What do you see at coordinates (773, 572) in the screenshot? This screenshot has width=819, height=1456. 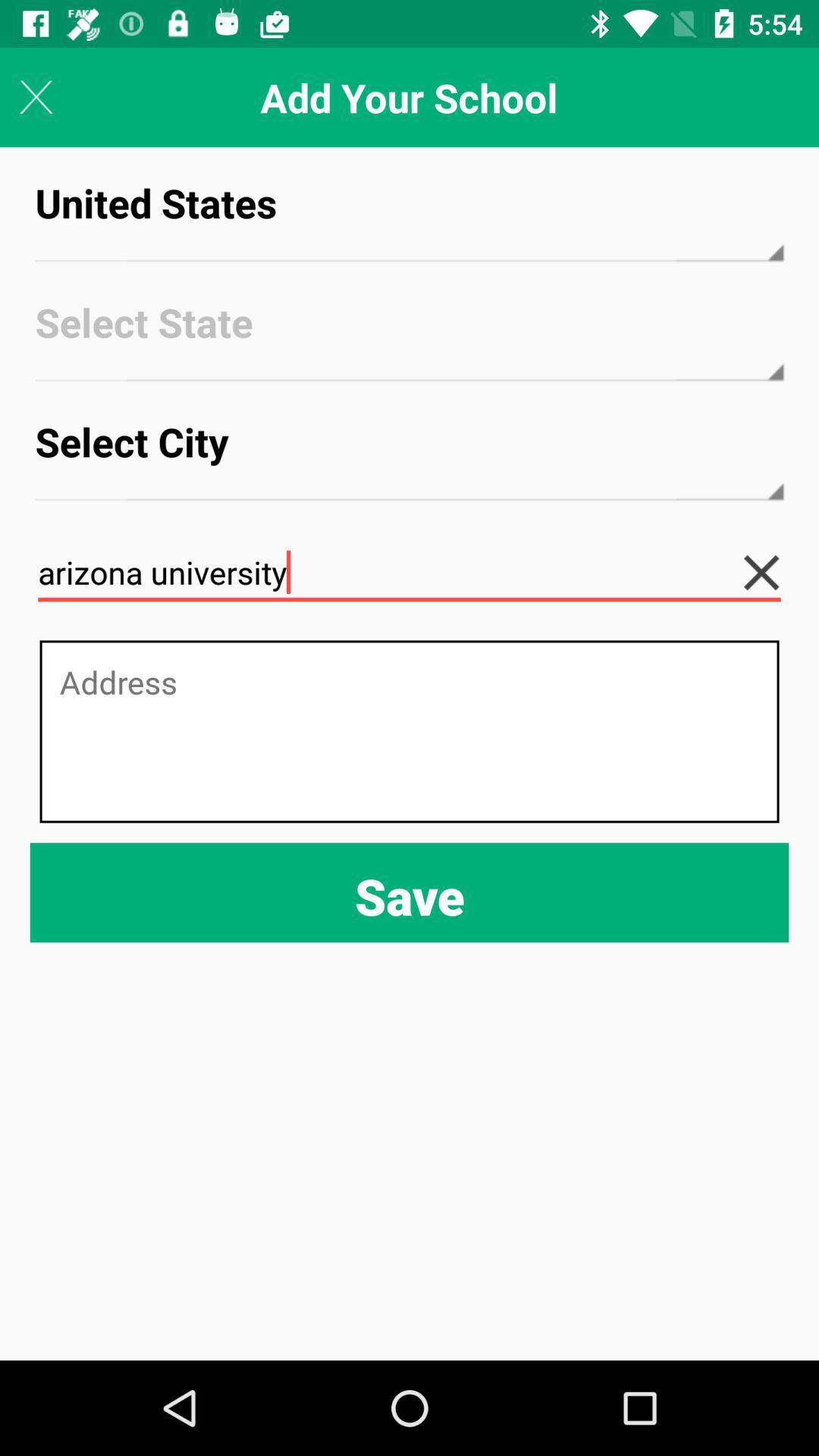 I see `clear text` at bounding box center [773, 572].